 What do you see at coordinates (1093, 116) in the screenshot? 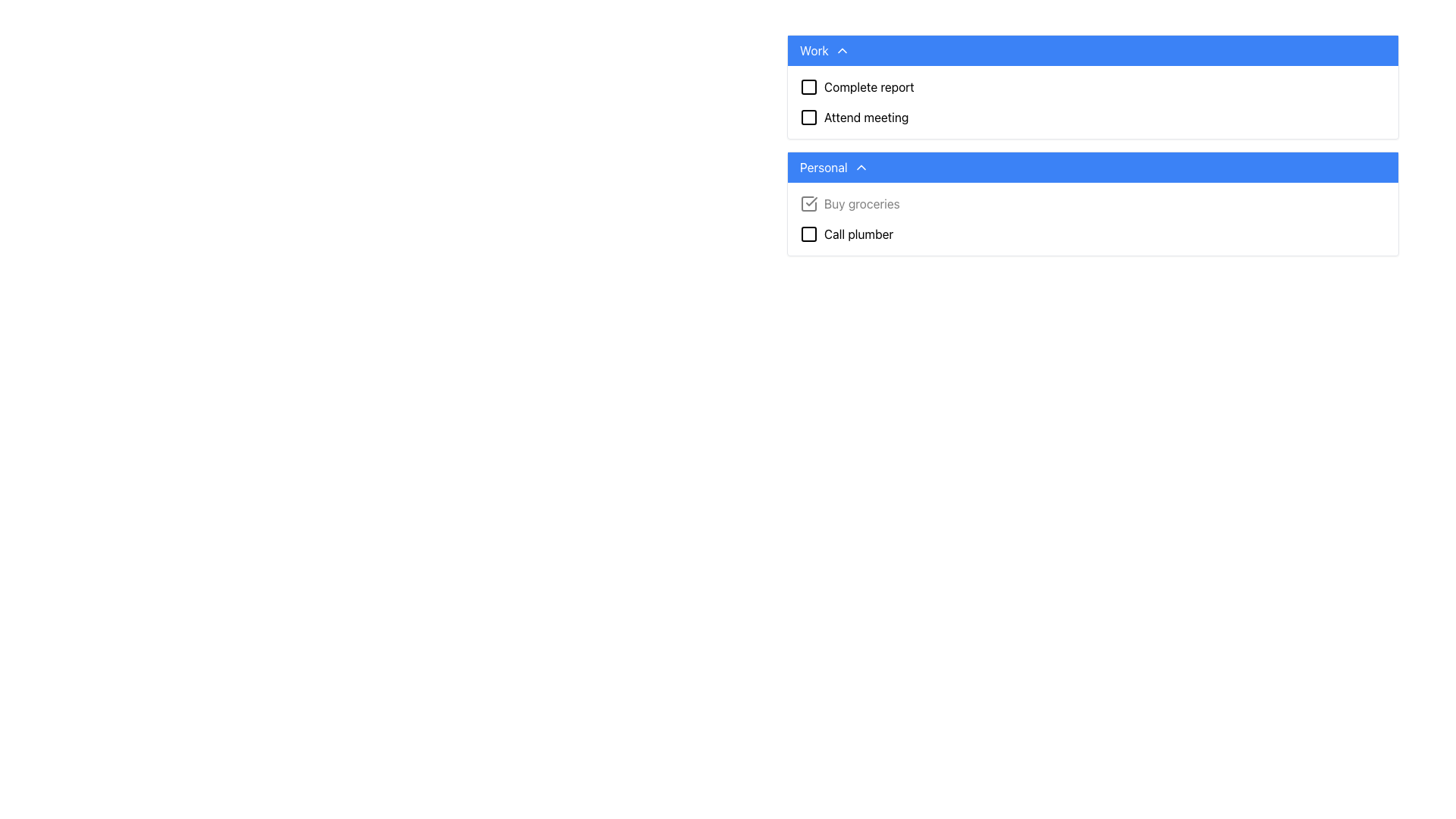
I see `the checkbox in the second task item row that says 'Attend meeting' to mark the task as completed` at bounding box center [1093, 116].